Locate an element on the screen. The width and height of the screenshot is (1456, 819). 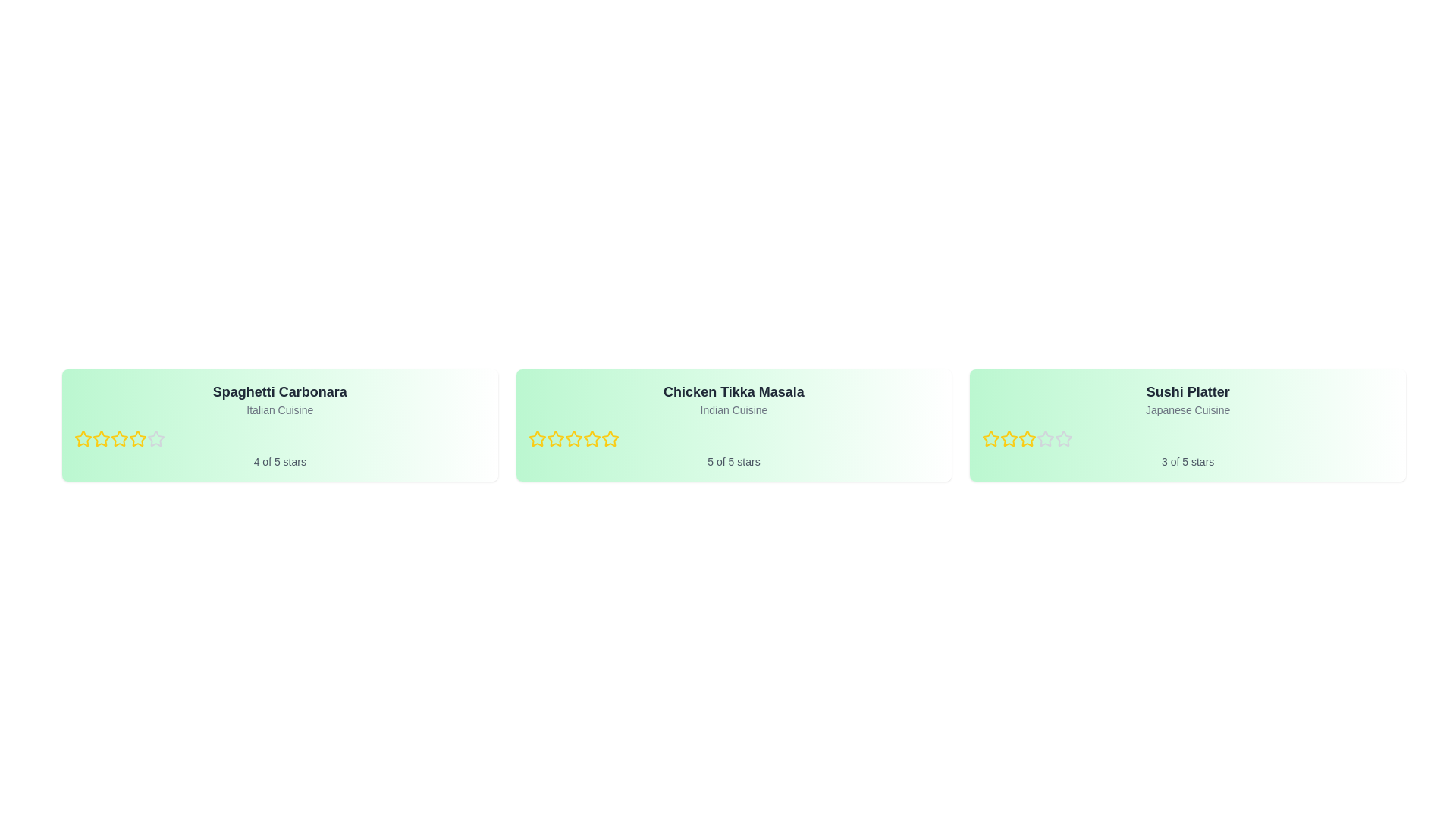
the dish card for Sushi Platter is located at coordinates (1186, 425).